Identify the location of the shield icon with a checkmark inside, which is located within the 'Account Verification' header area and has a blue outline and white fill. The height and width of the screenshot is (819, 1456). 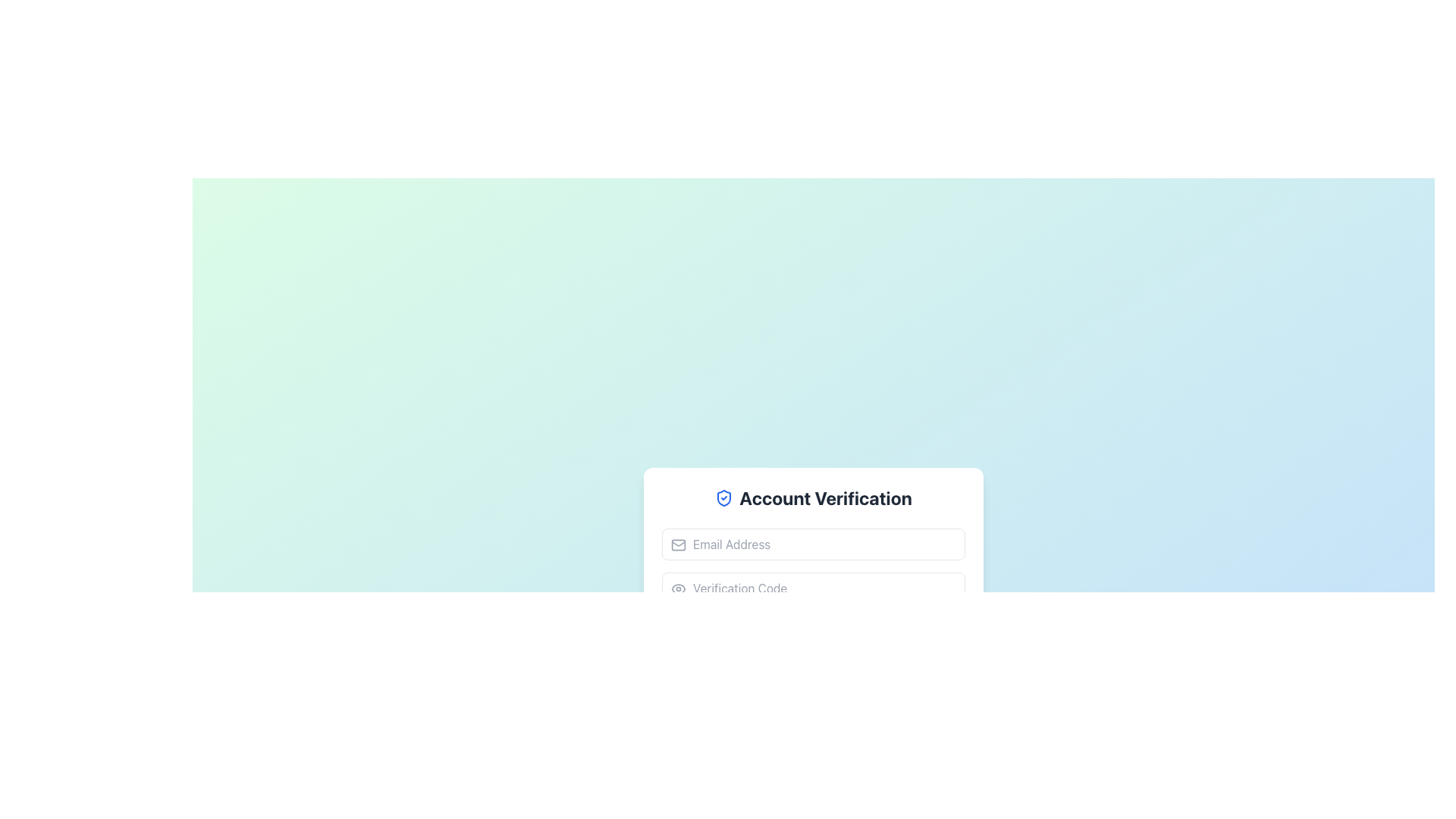
(723, 497).